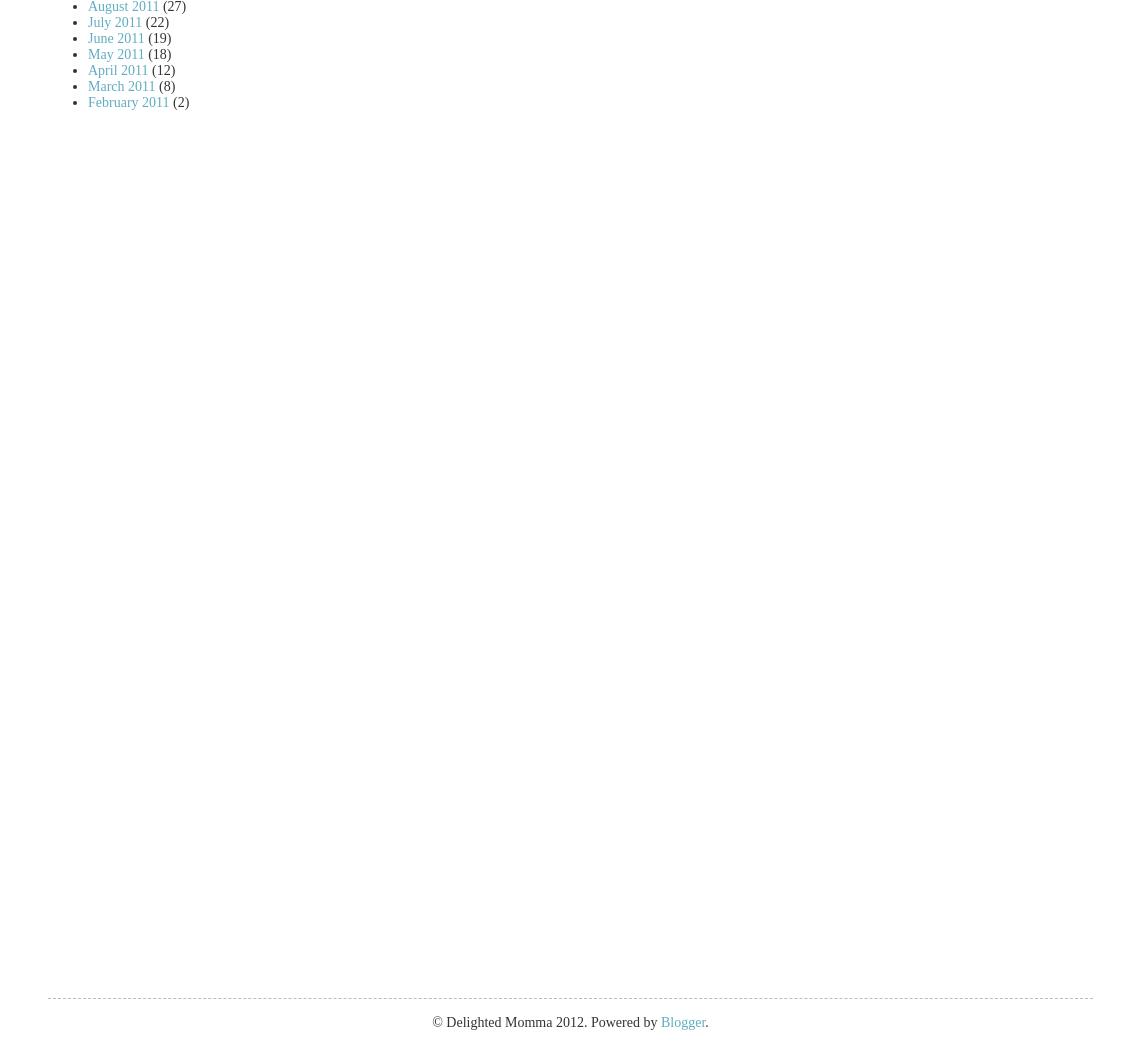 This screenshot has height=1046, width=1133. Describe the element at coordinates (127, 101) in the screenshot. I see `'February 2011'` at that location.